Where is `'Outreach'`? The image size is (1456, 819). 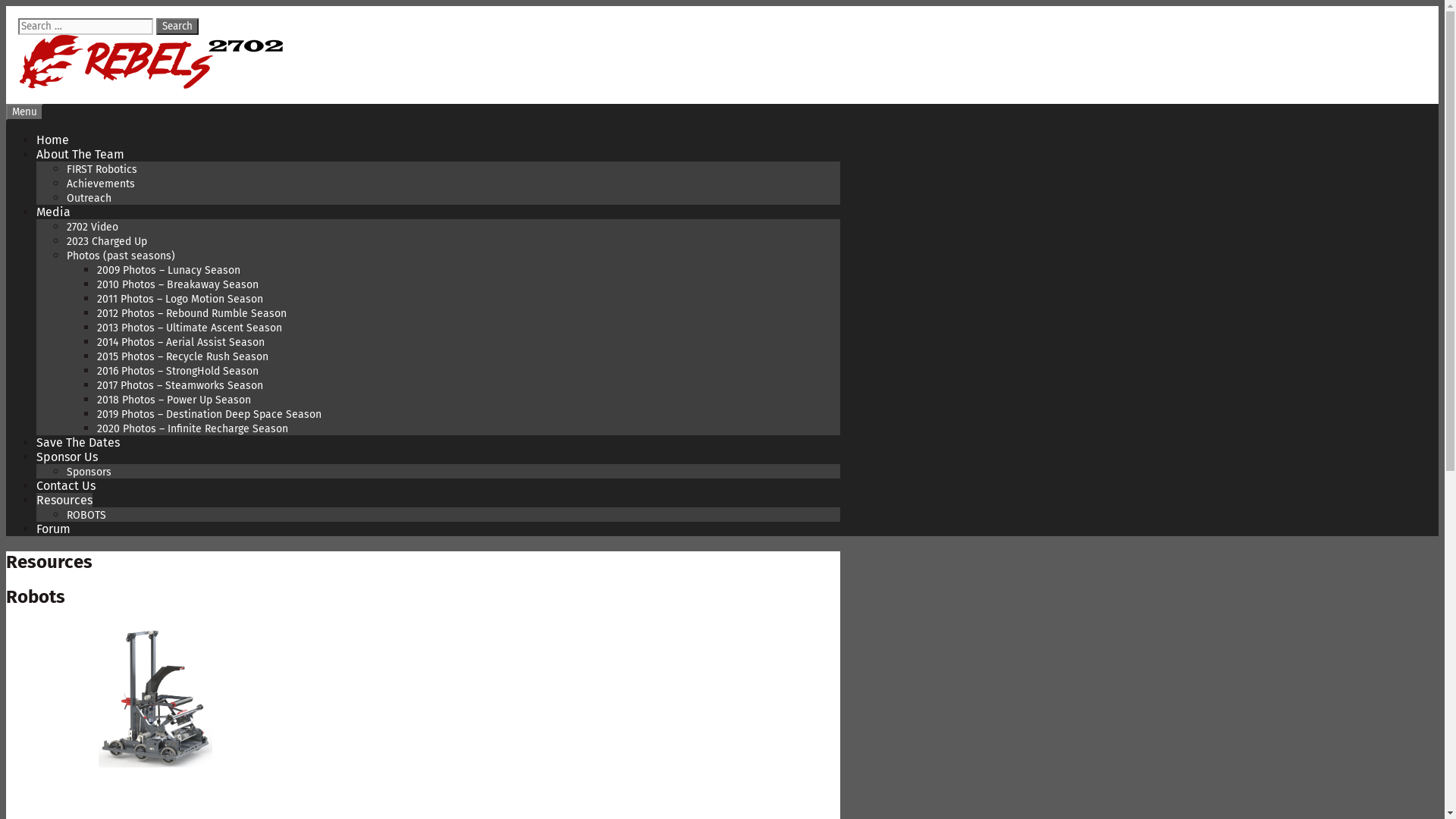 'Outreach' is located at coordinates (65, 197).